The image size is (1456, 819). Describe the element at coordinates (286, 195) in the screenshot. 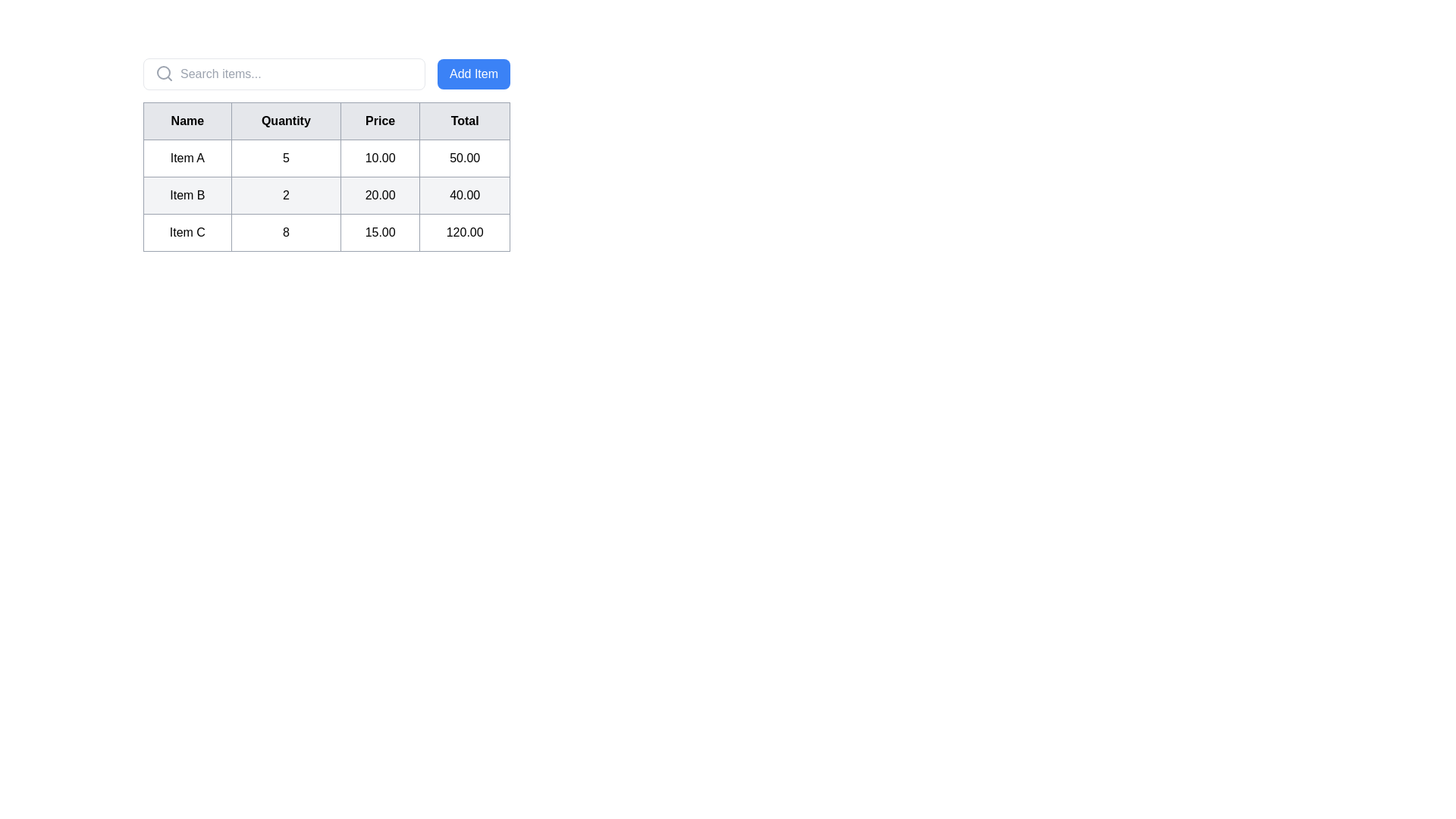

I see `displayed content in the table cell that represents the quantity of 'Item B', located in the second column of the row labeled 'Item B'` at that location.